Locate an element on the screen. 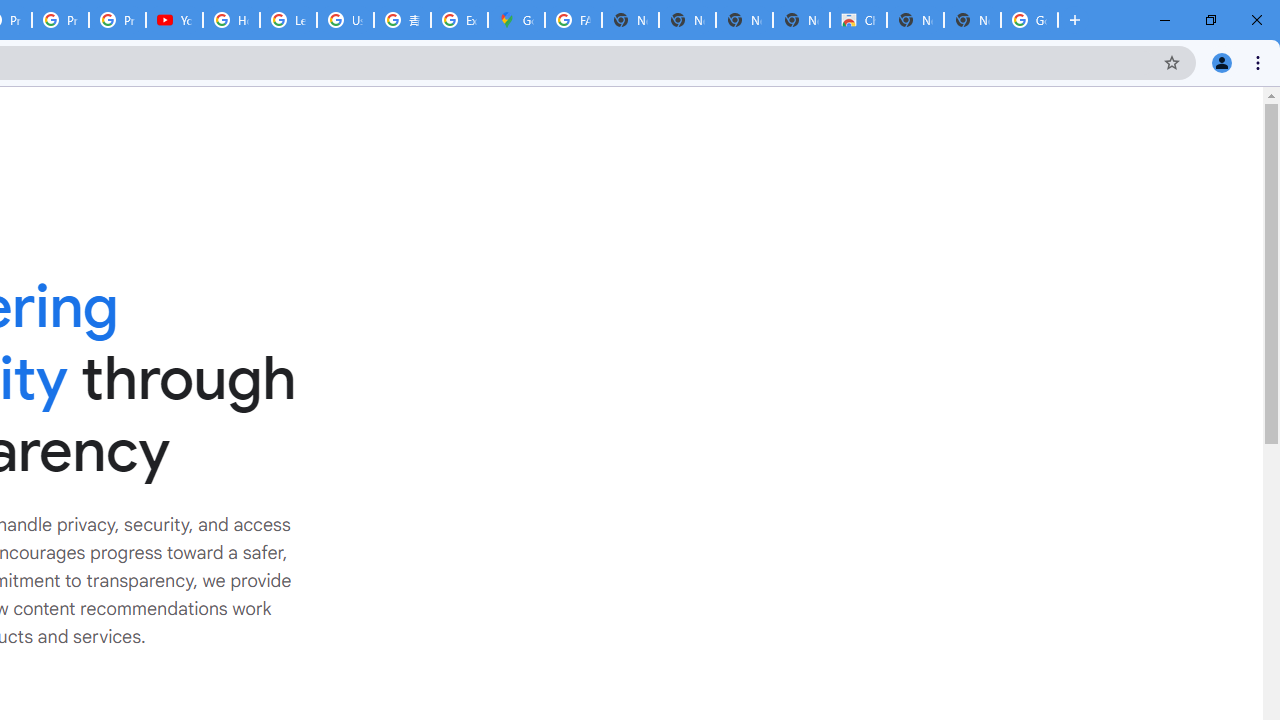  'Google Images' is located at coordinates (1029, 20).